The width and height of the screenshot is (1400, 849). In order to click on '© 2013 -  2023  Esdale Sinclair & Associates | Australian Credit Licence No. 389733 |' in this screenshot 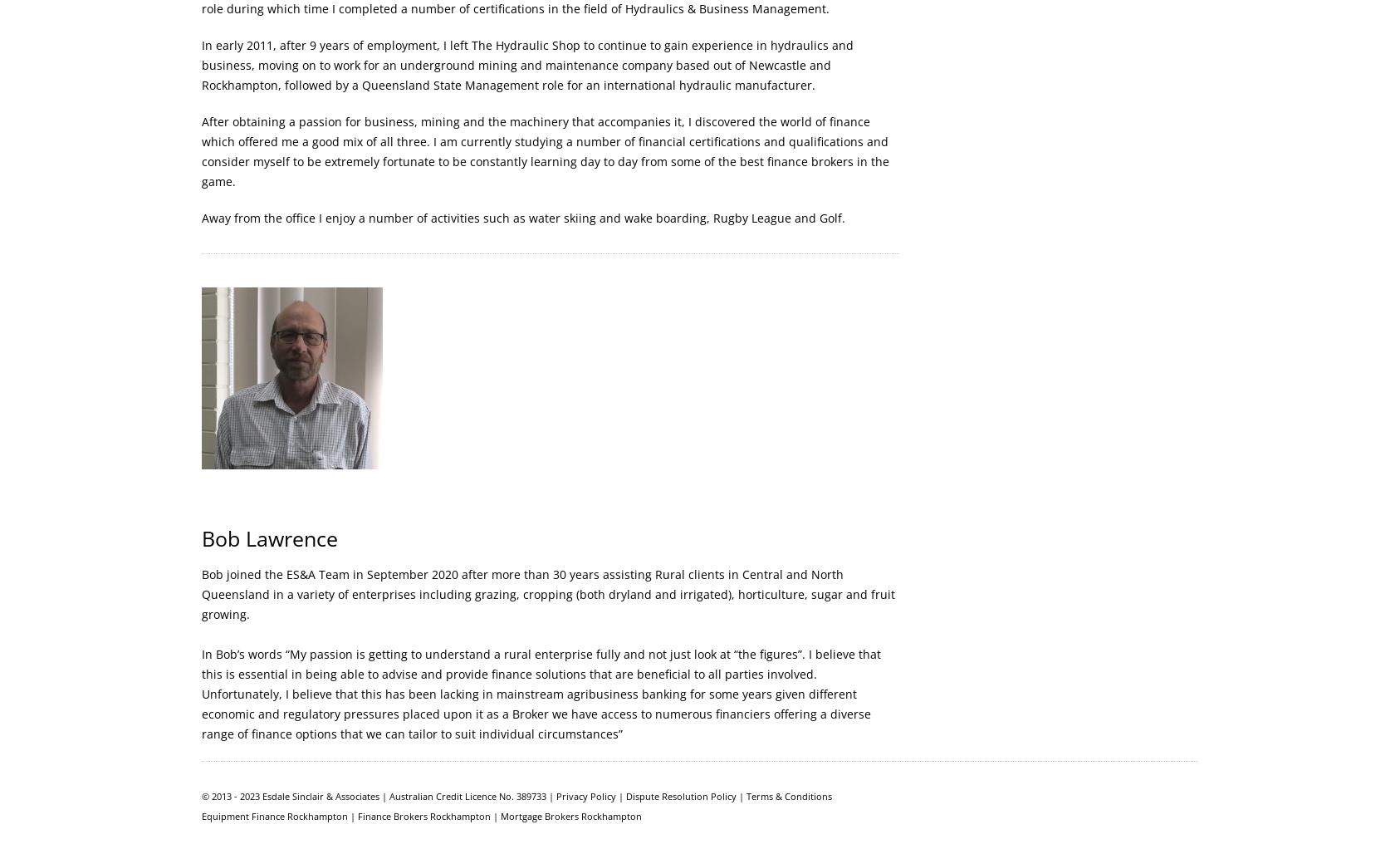, I will do `click(379, 795)`.